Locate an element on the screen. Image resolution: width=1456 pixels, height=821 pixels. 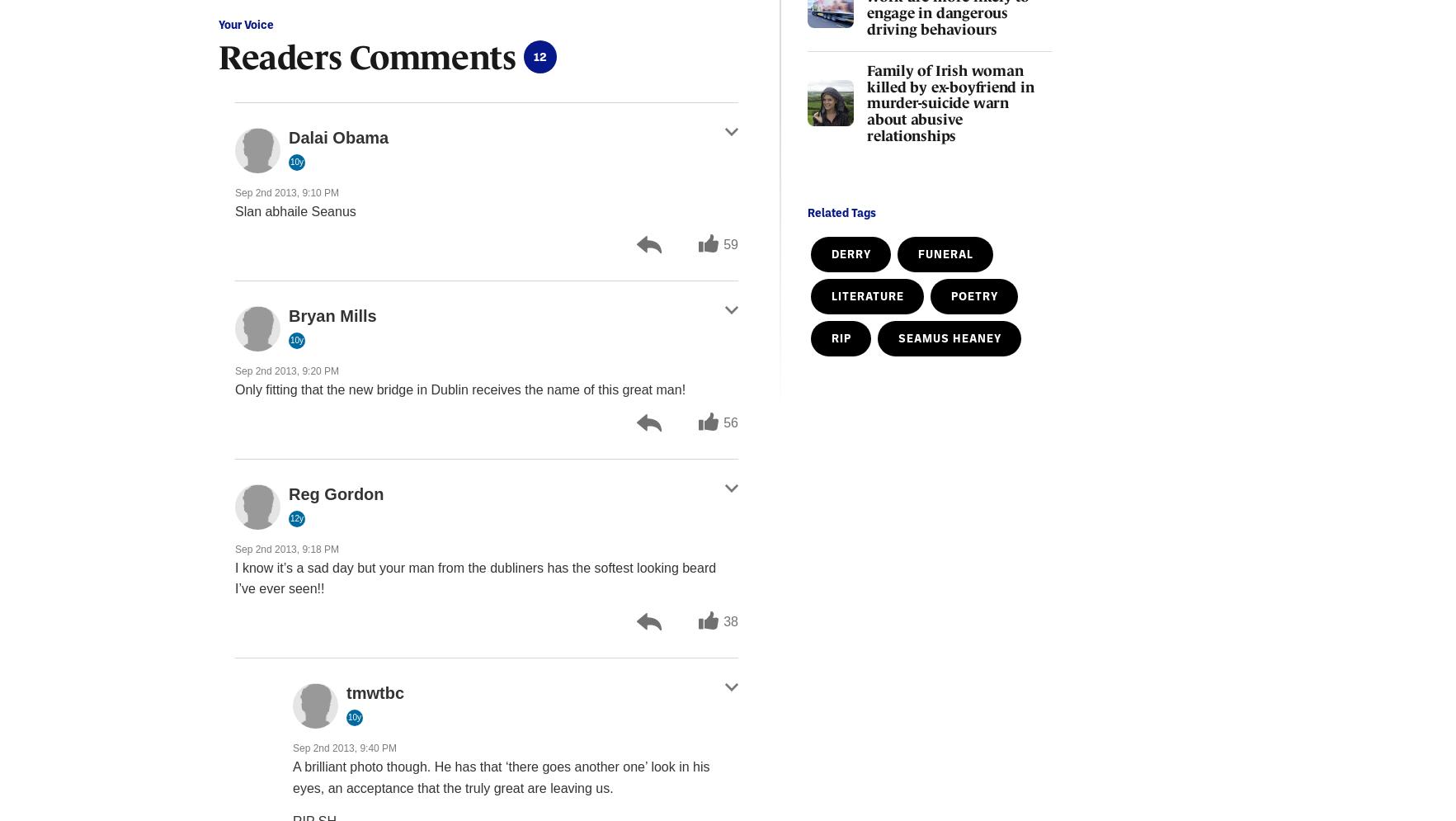
'59' is located at coordinates (731, 243).